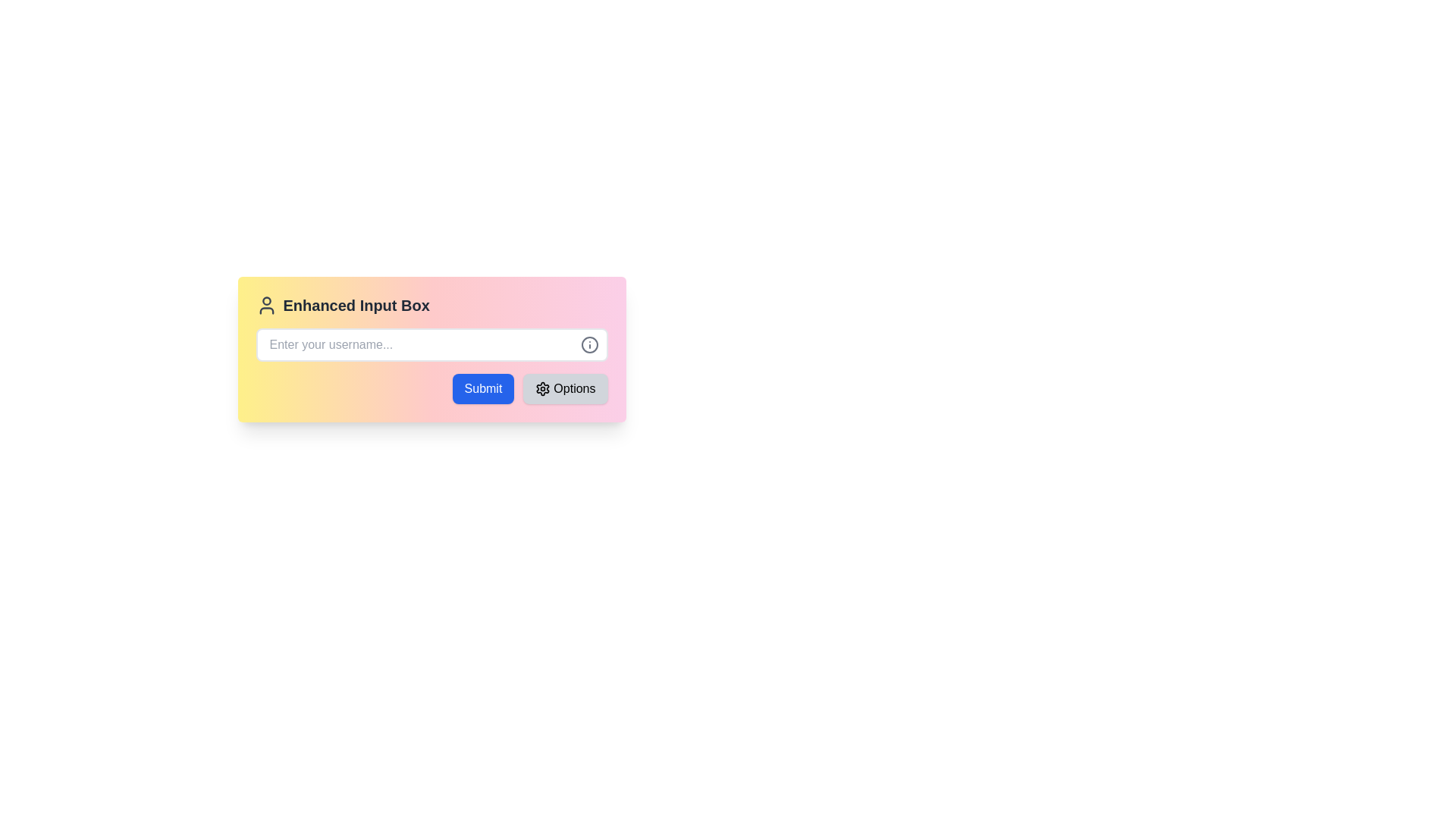 The width and height of the screenshot is (1456, 819). What do you see at coordinates (356, 305) in the screenshot?
I see `heading text located in the upper-left part of the form, positioned directly to the right of an adjacent icon` at bounding box center [356, 305].